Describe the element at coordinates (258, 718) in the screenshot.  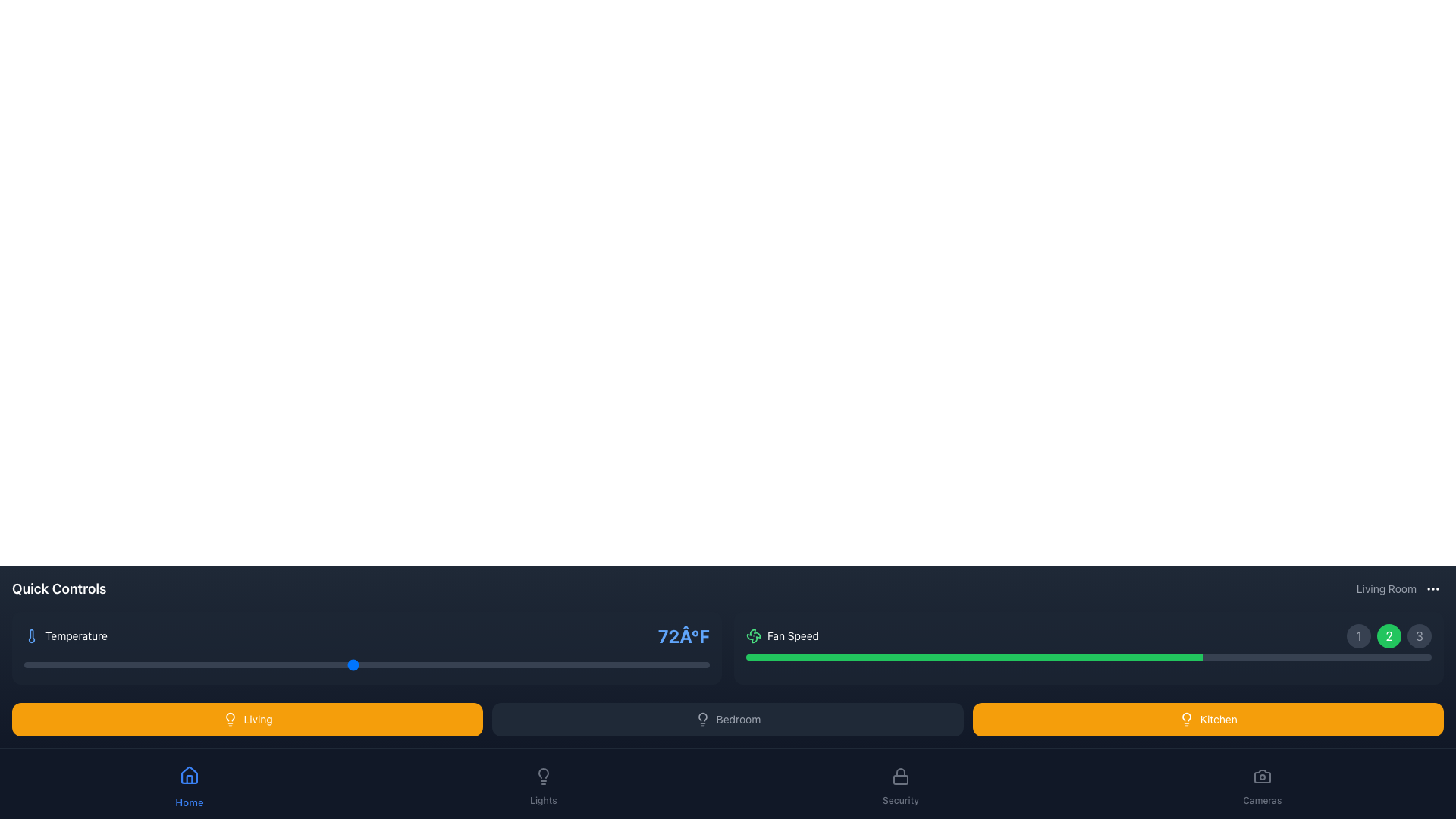
I see `the orange button labeled 'Living' which is styled in a small capitalized font and contains a light bulb icon to its left` at that location.